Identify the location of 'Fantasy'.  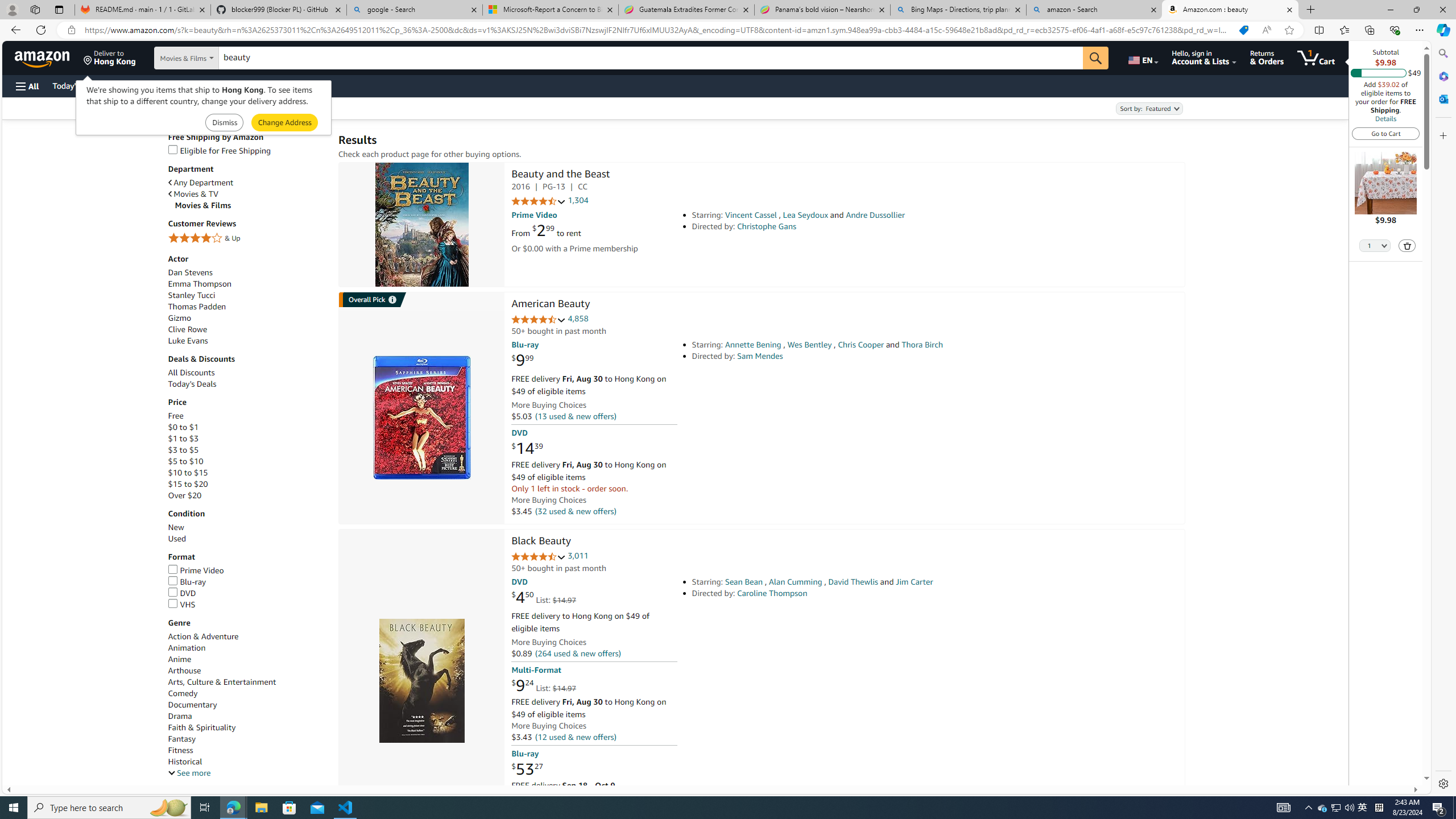
(247, 738).